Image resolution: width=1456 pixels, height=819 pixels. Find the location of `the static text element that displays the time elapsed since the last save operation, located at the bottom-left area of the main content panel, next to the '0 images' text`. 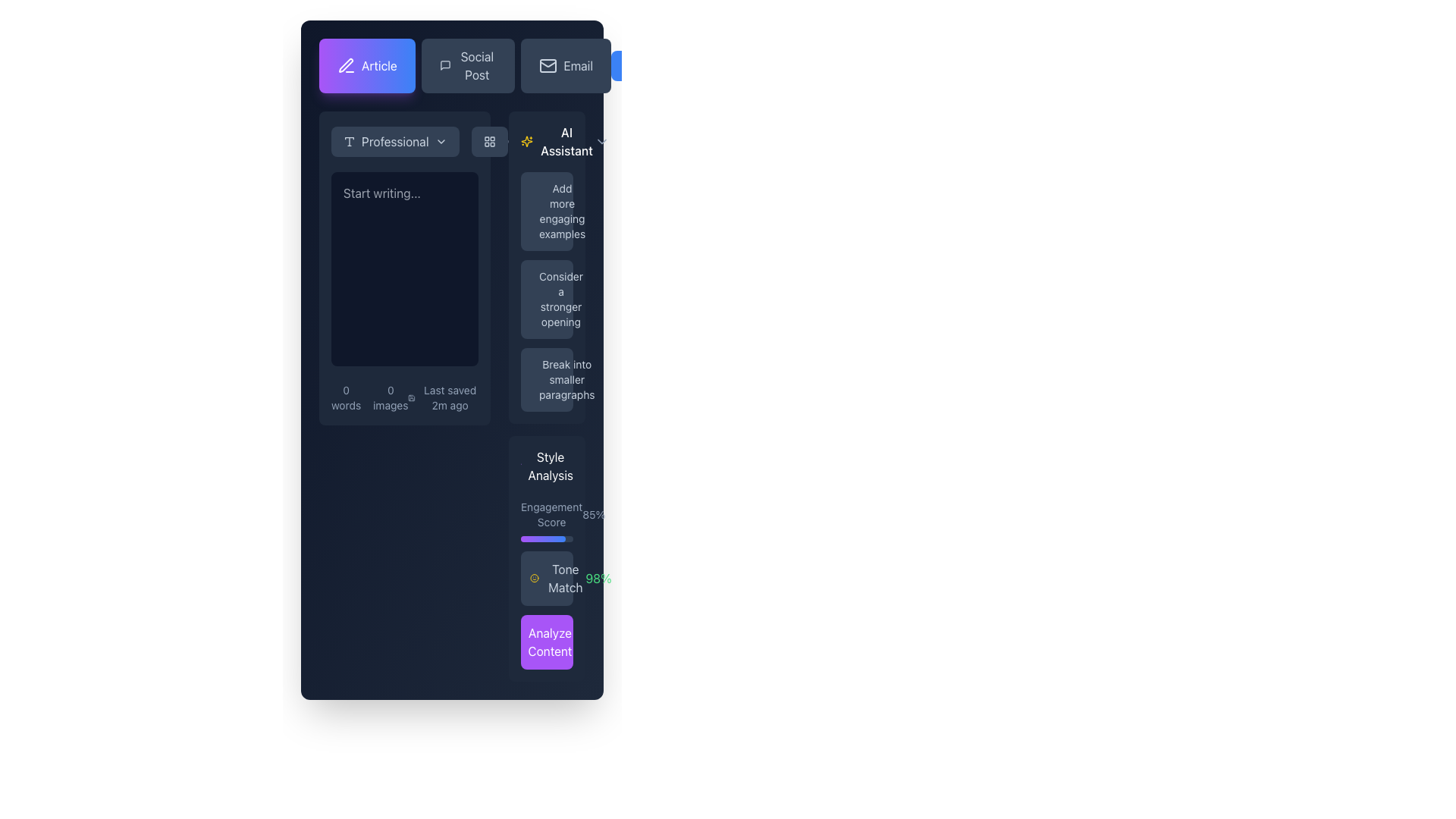

the static text element that displays the time elapsed since the last save operation, located at the bottom-left area of the main content panel, next to the '0 images' text is located at coordinates (442, 397).